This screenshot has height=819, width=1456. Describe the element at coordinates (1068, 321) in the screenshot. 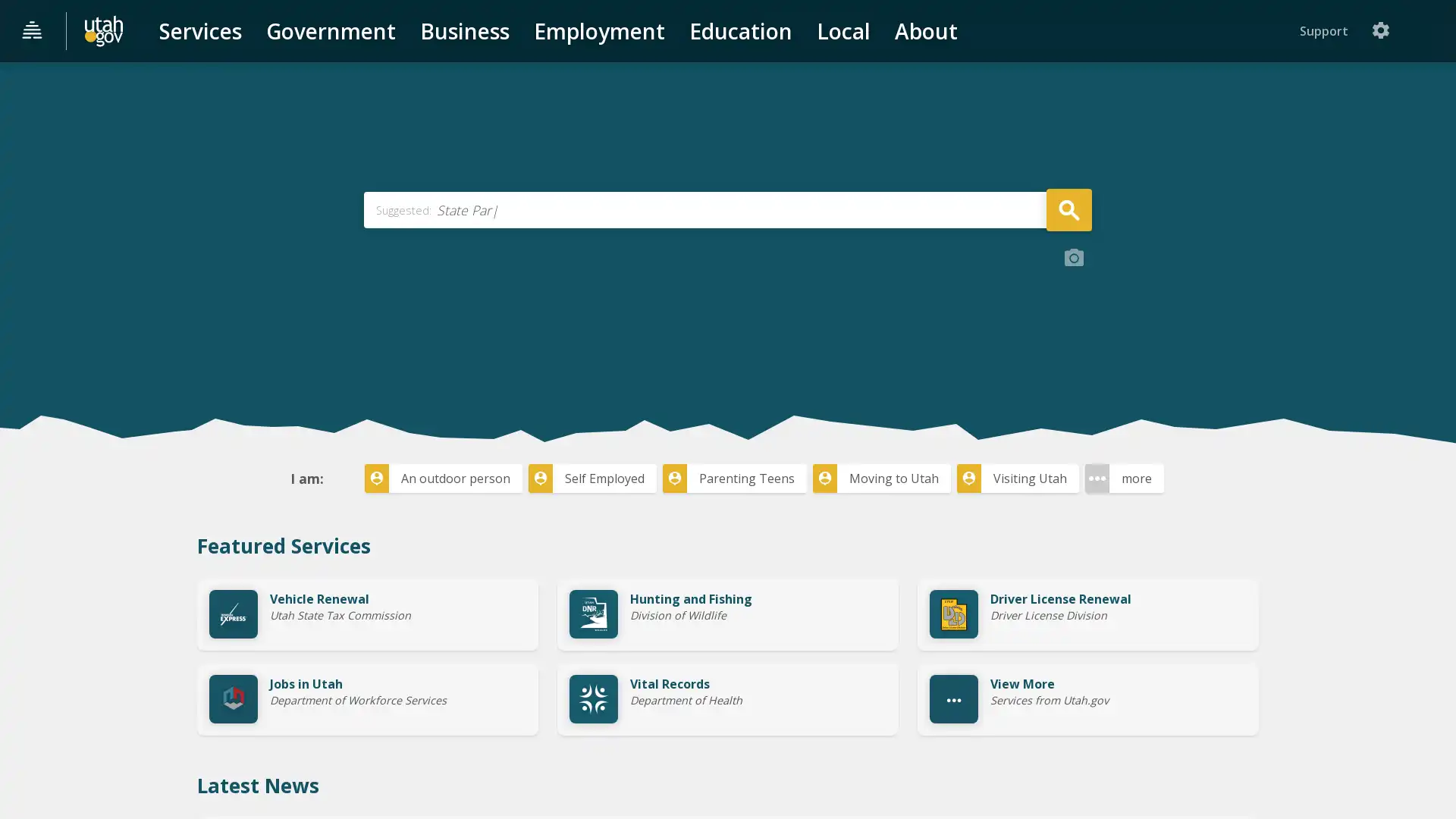

I see `Search` at that location.